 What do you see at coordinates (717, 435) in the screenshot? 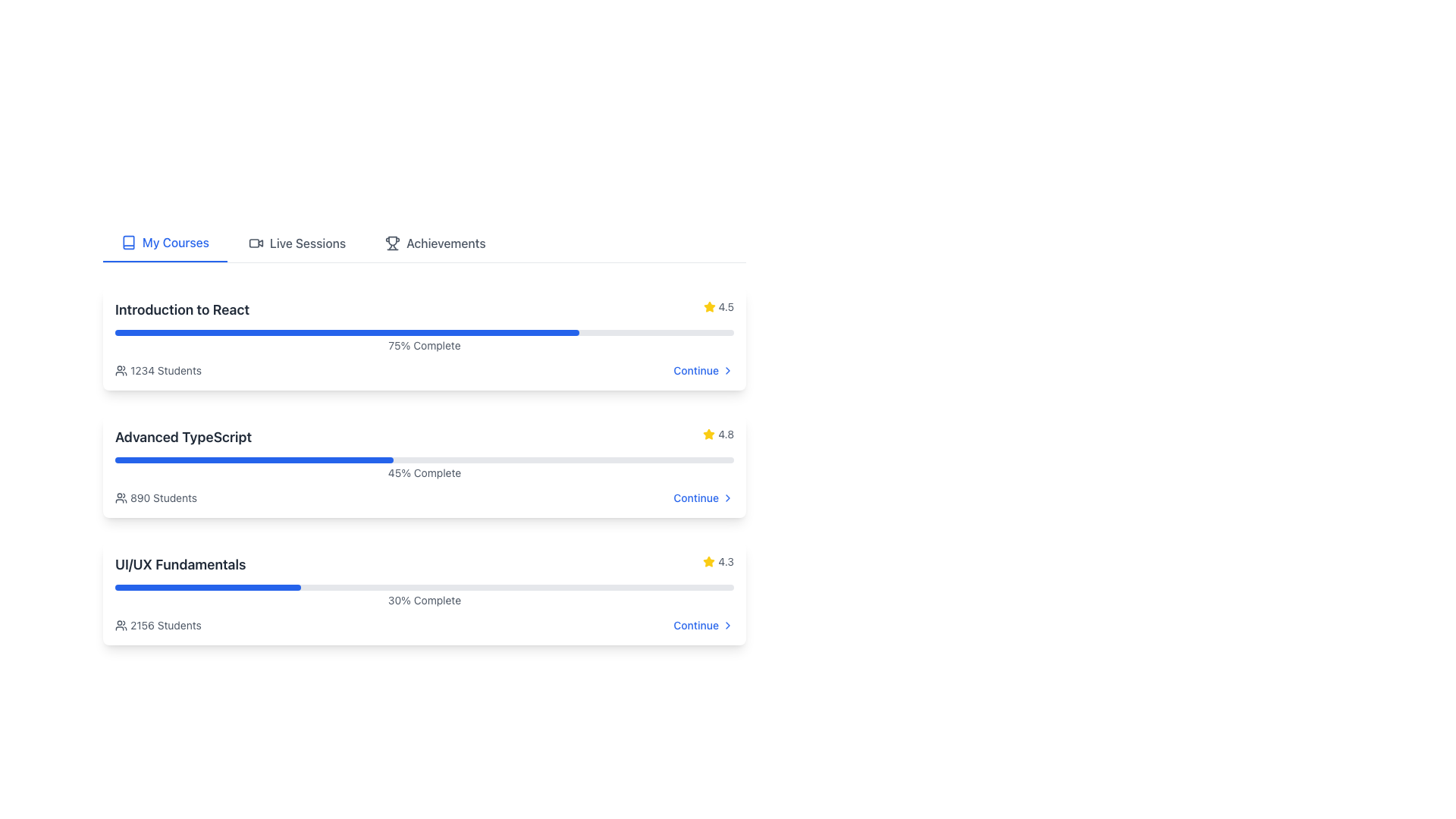
I see `rating value displayed in the Rating section for the 'Advanced TypeScript' course, which includes a star icon and is located in the lower right corner of the course card` at bounding box center [717, 435].